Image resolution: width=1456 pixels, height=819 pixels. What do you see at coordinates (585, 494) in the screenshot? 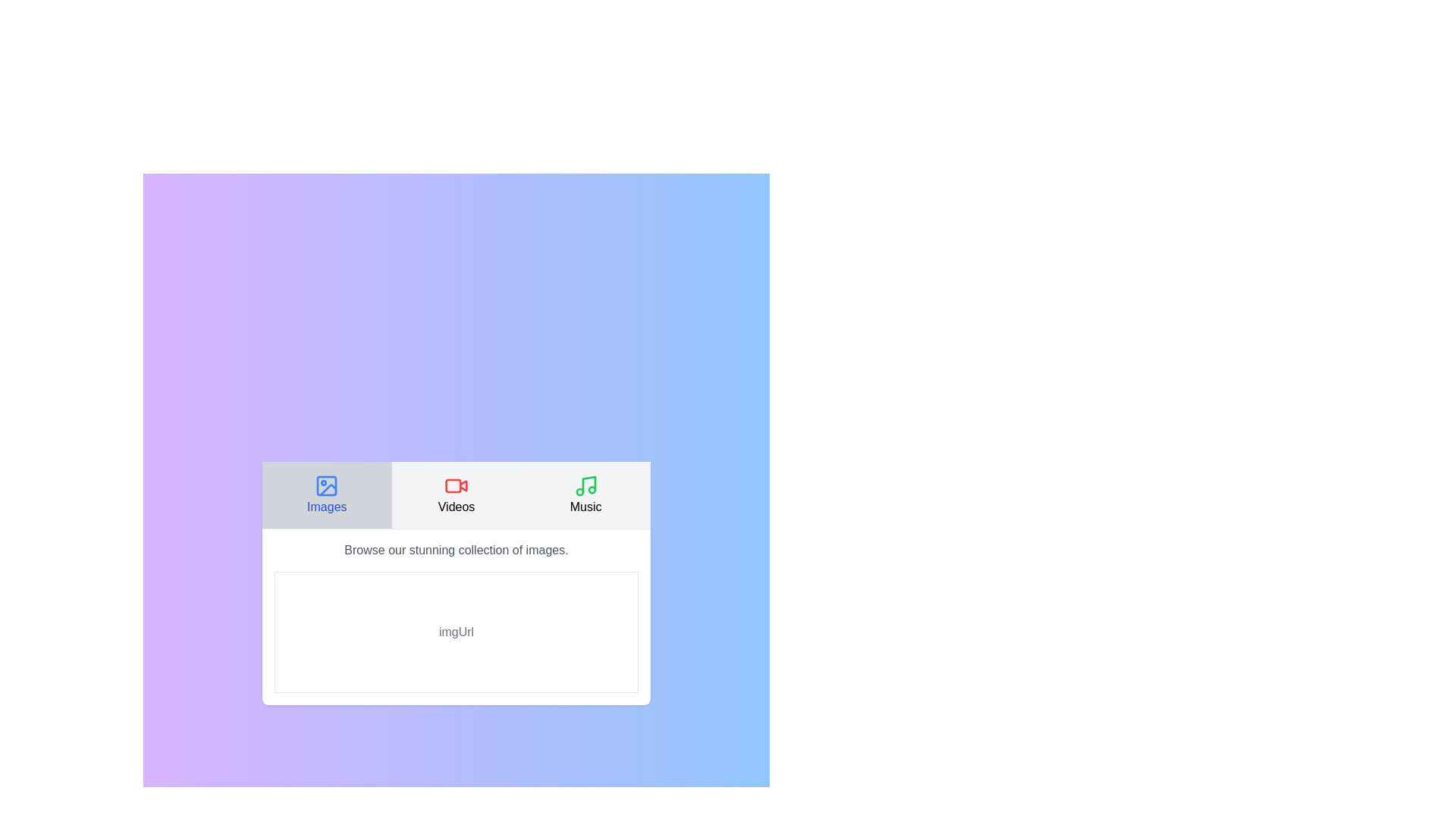
I see `the Music tab to view its content` at bounding box center [585, 494].